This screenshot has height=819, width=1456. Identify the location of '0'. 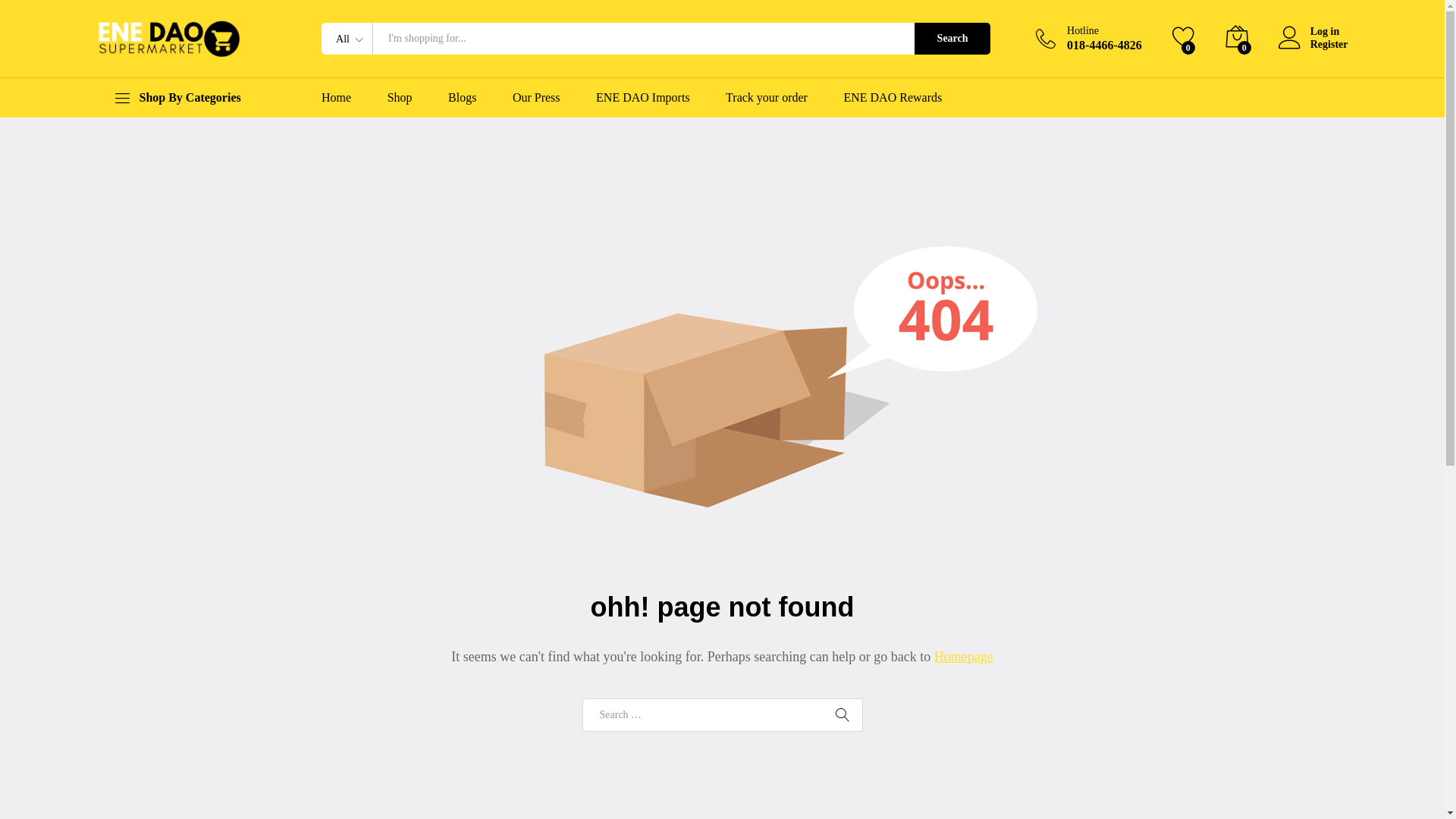
(1237, 37).